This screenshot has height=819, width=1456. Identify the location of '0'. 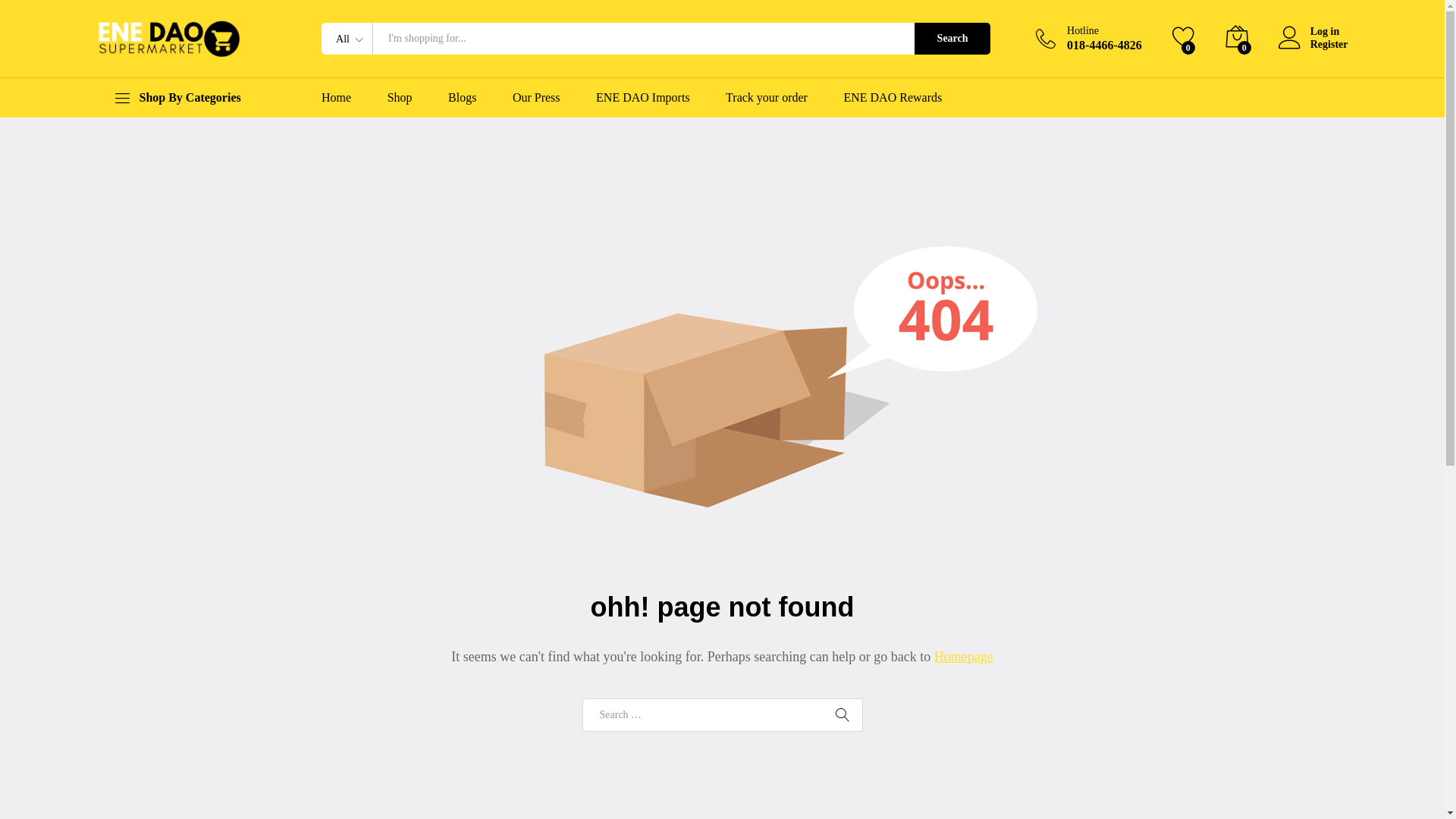
(1237, 37).